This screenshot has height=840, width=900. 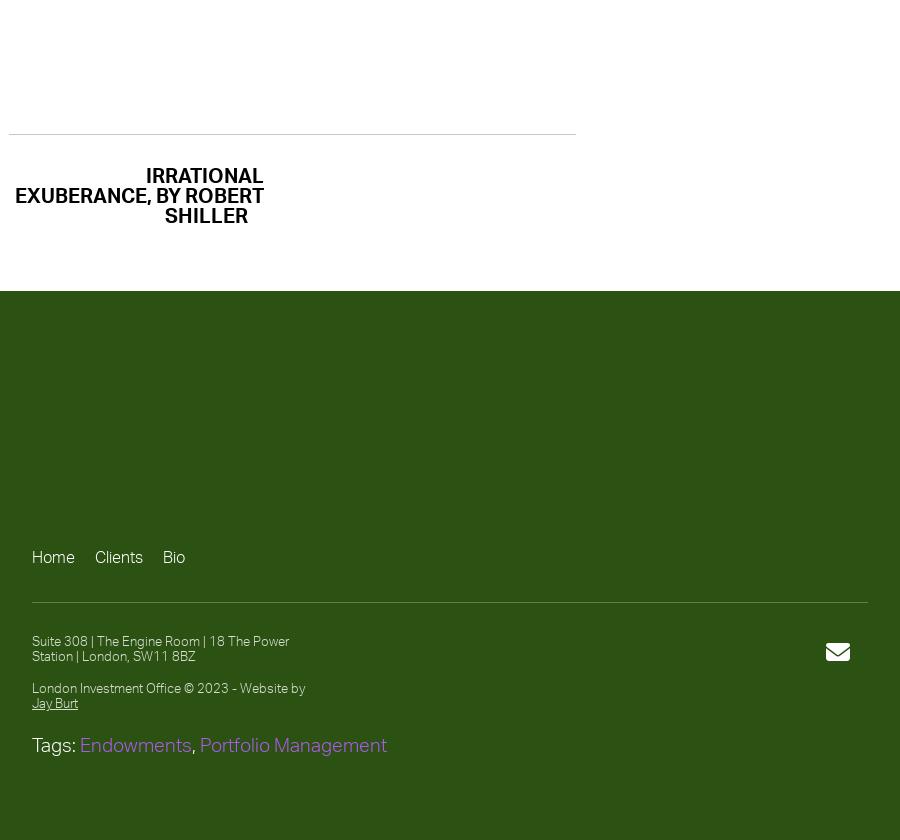 What do you see at coordinates (54, 745) in the screenshot?
I see `'Tags:'` at bounding box center [54, 745].